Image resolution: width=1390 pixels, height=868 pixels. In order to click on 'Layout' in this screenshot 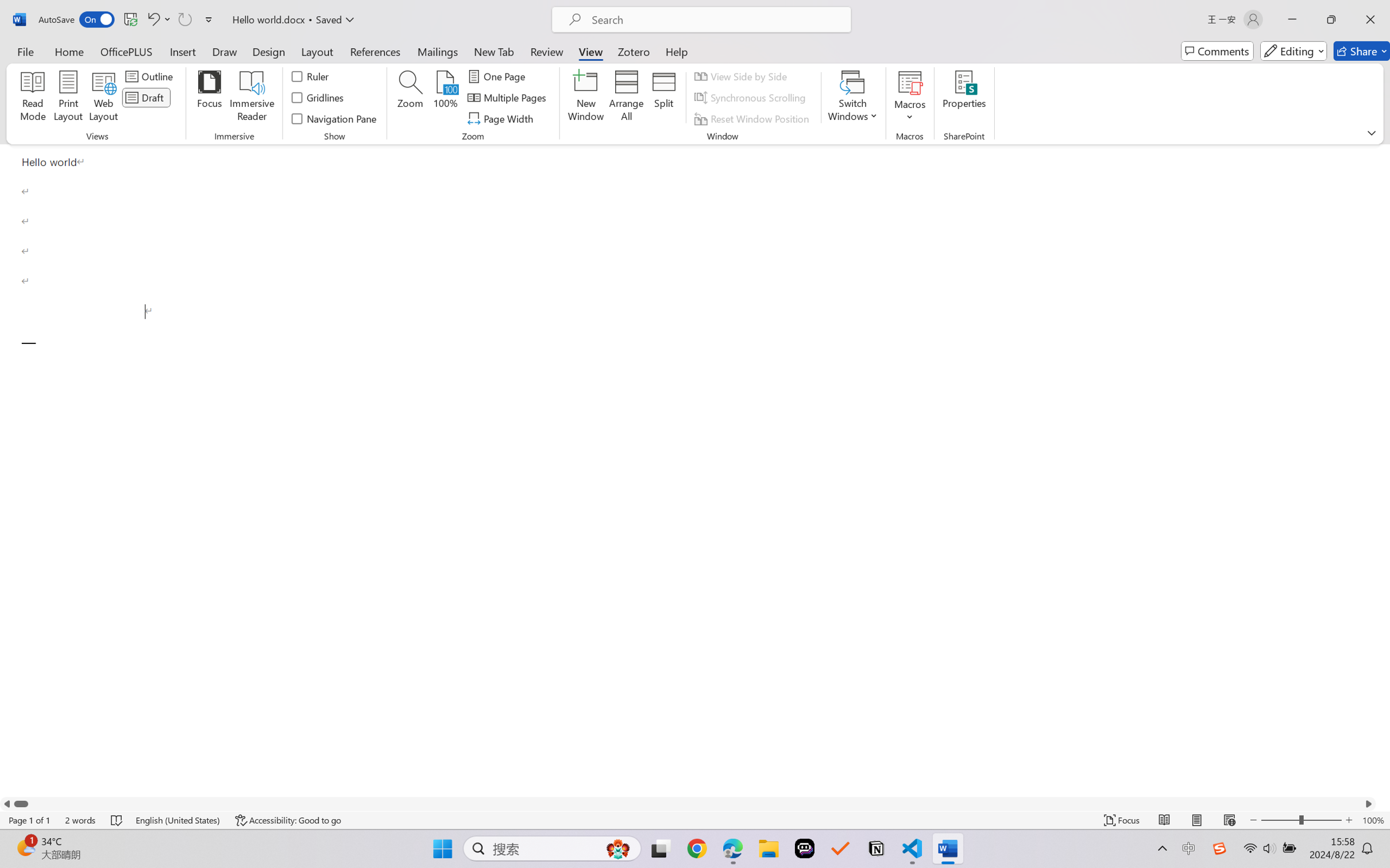, I will do `click(316, 51)`.